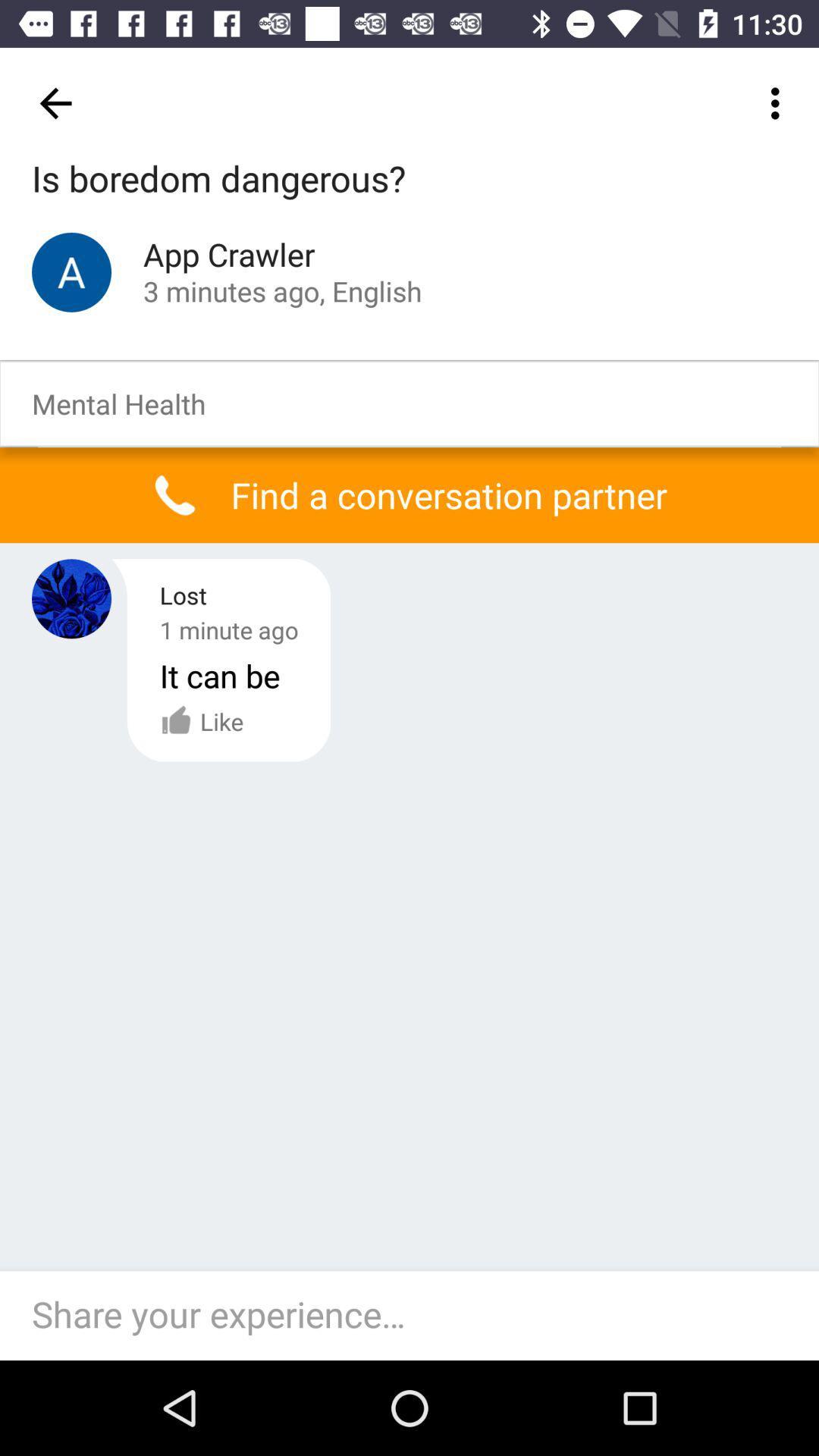  Describe the element at coordinates (417, 1315) in the screenshot. I see `answer` at that location.